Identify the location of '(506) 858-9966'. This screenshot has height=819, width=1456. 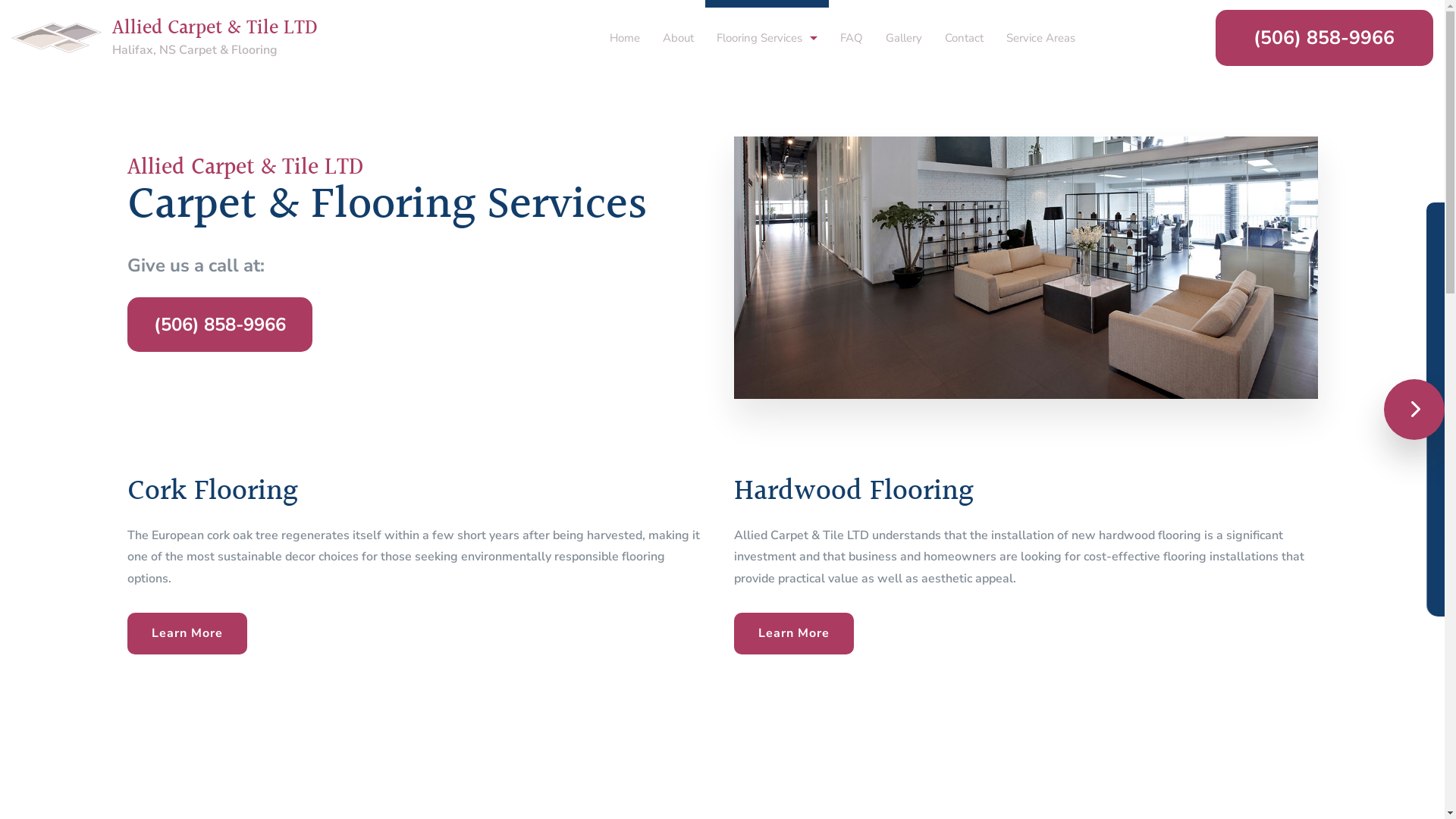
(218, 324).